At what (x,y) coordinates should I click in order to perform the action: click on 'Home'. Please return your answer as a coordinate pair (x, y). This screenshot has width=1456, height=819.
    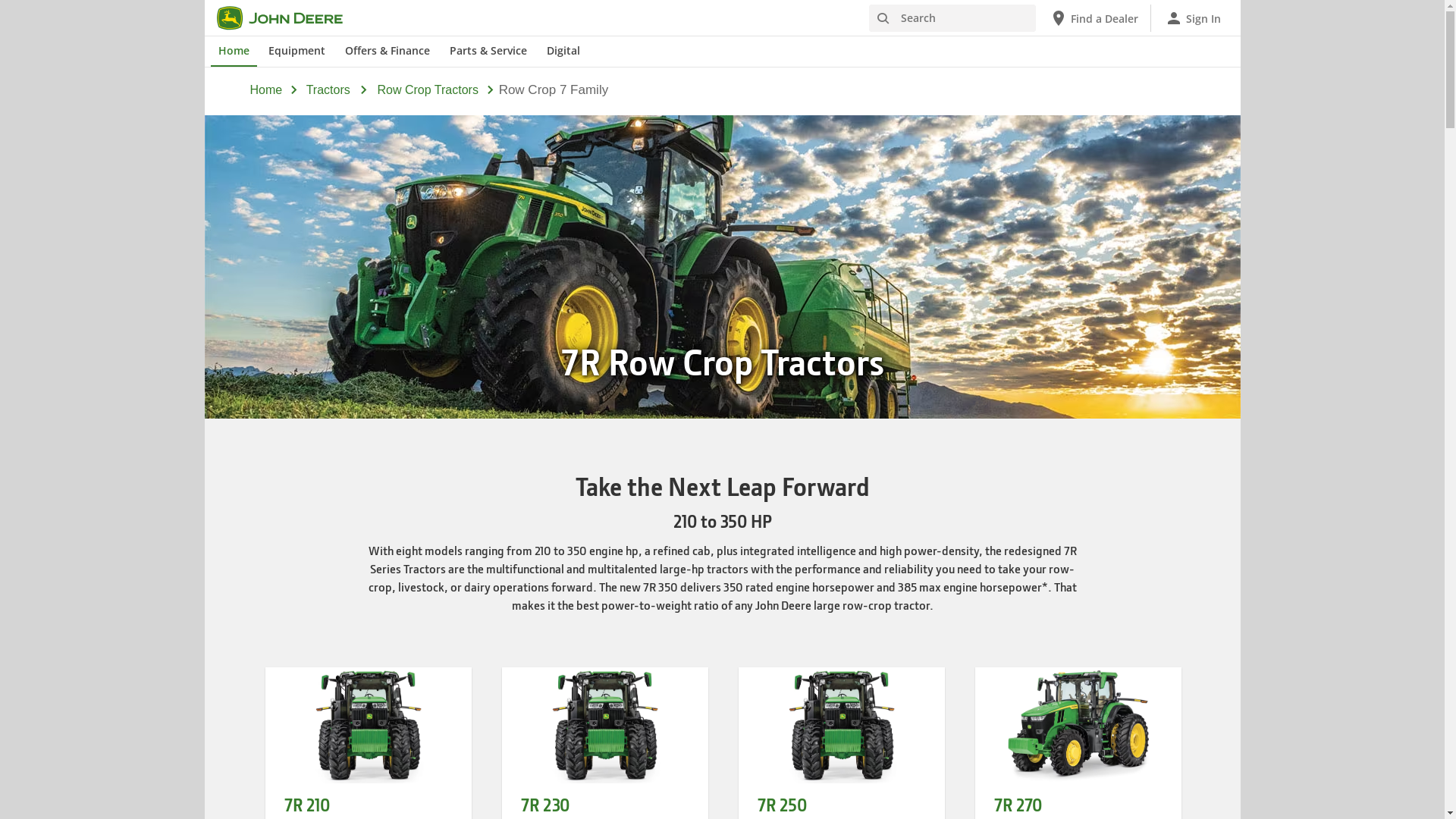
    Looking at the image, I should click on (250, 89).